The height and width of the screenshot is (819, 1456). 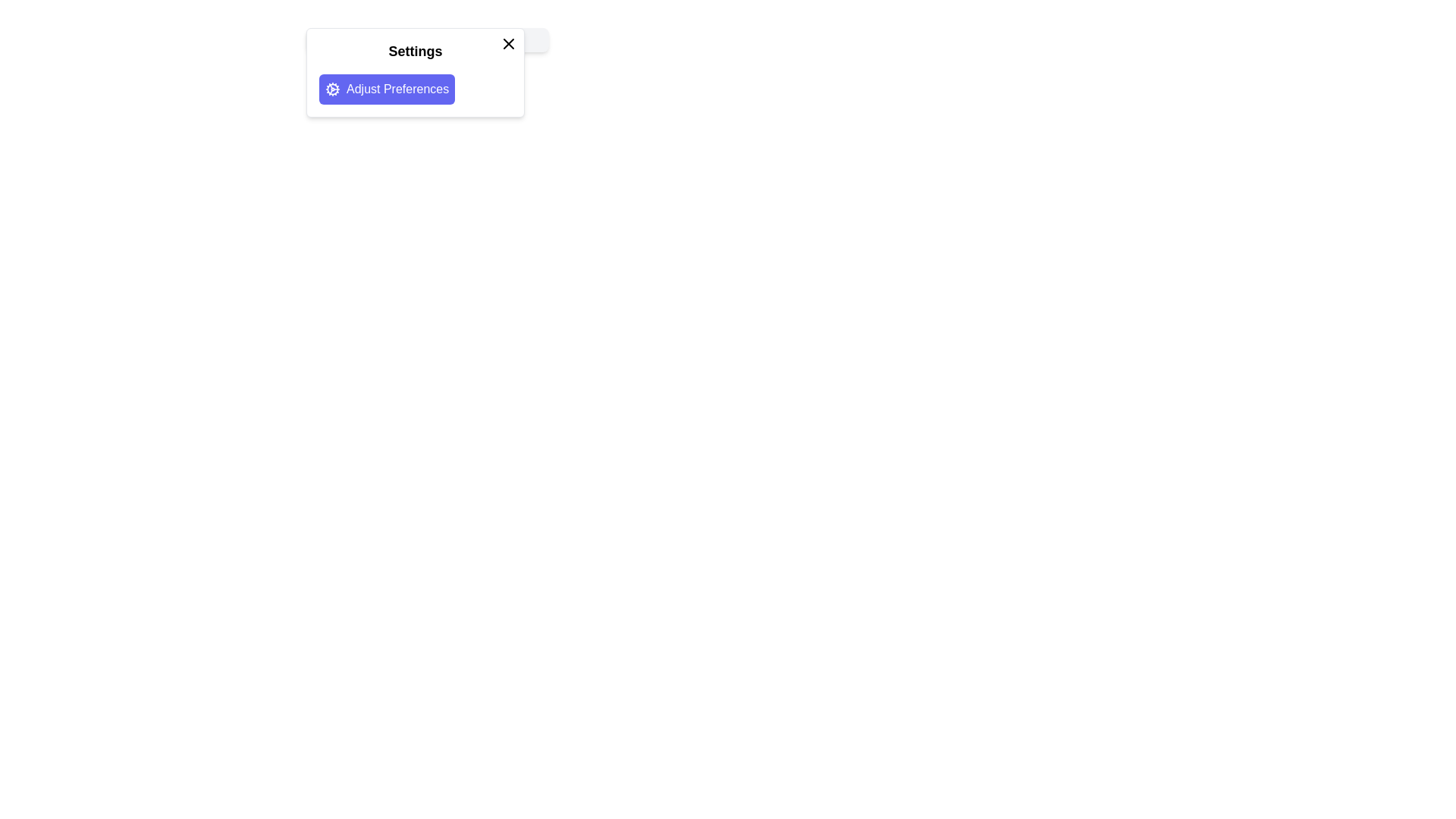 I want to click on the settings cog icon located in the top right panel, near the 'Settings' menu title, so click(x=331, y=89).